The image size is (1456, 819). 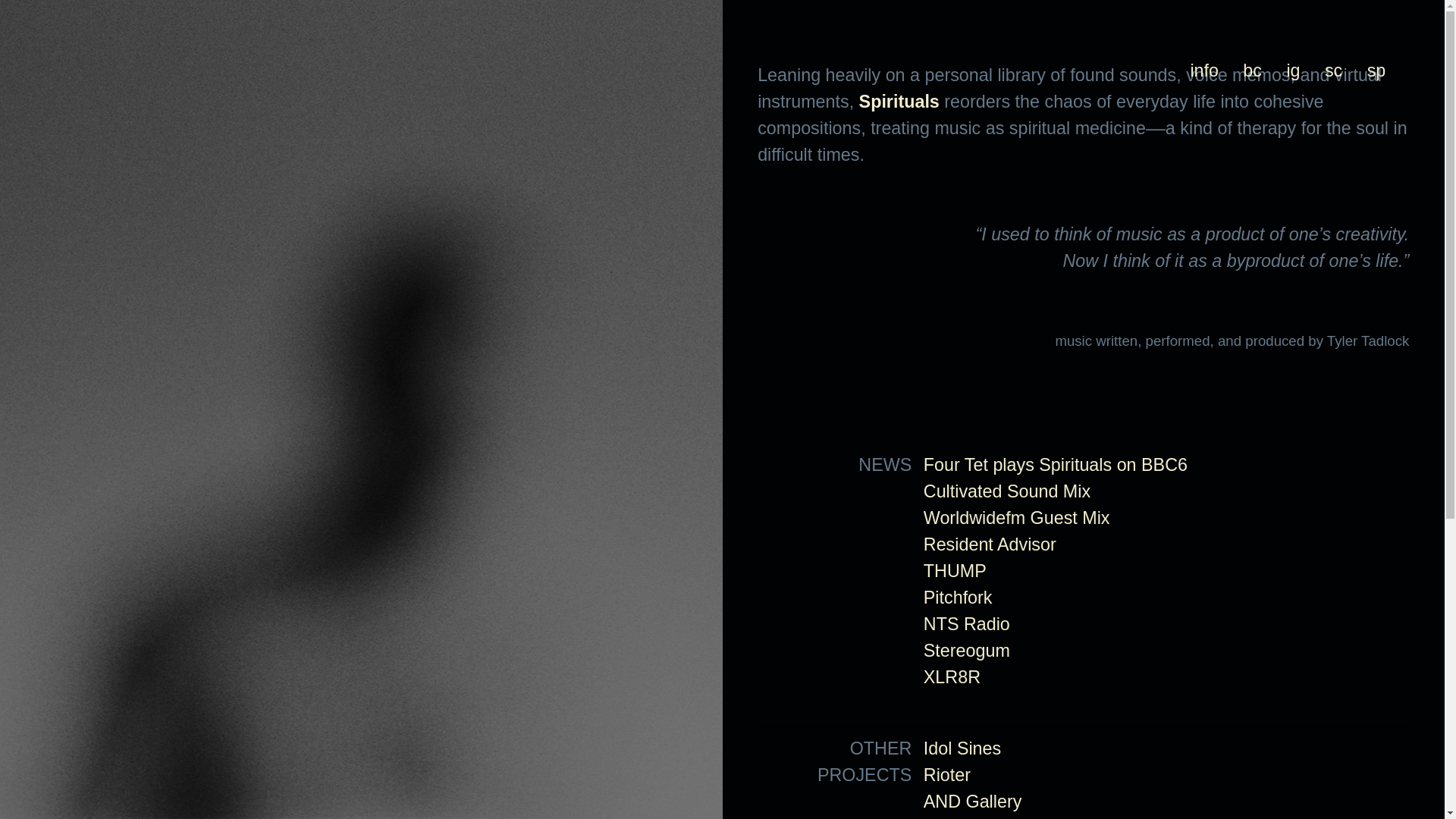 I want to click on 'Stereogum', so click(x=966, y=651).